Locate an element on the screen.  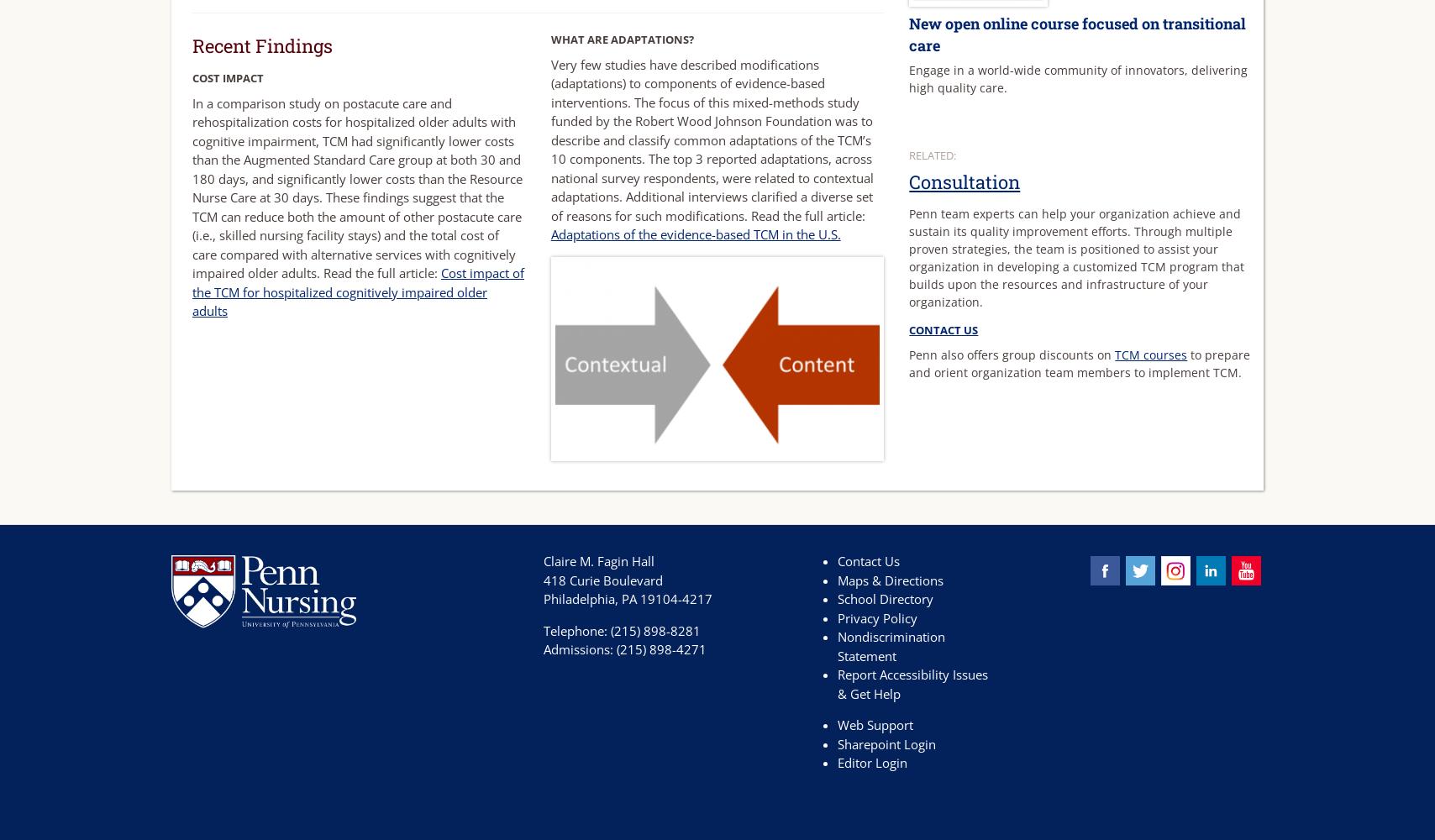
'(215) 898-4271' is located at coordinates (661, 649).